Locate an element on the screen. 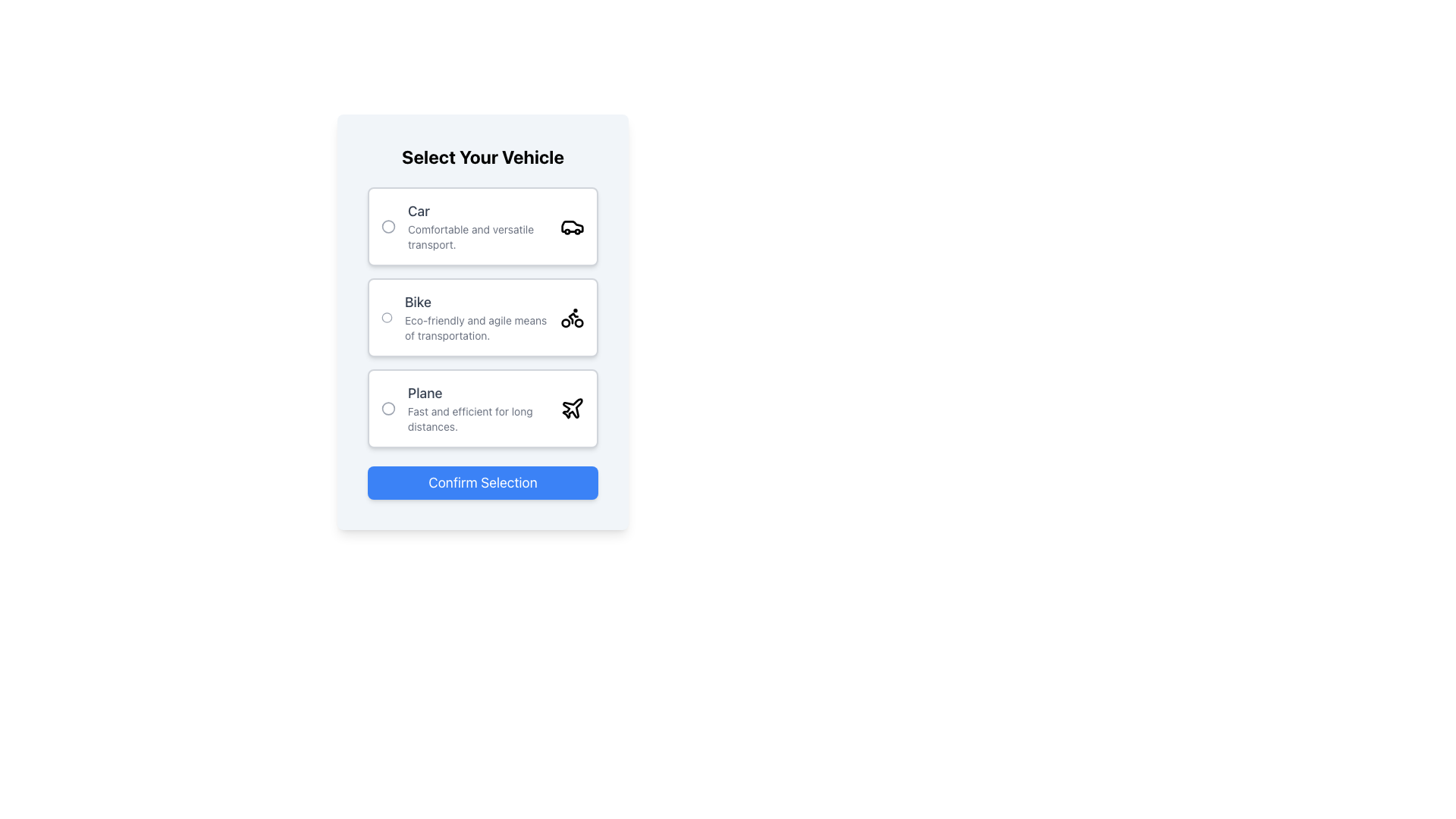 This screenshot has height=819, width=1456. the radio button is located at coordinates (388, 227).